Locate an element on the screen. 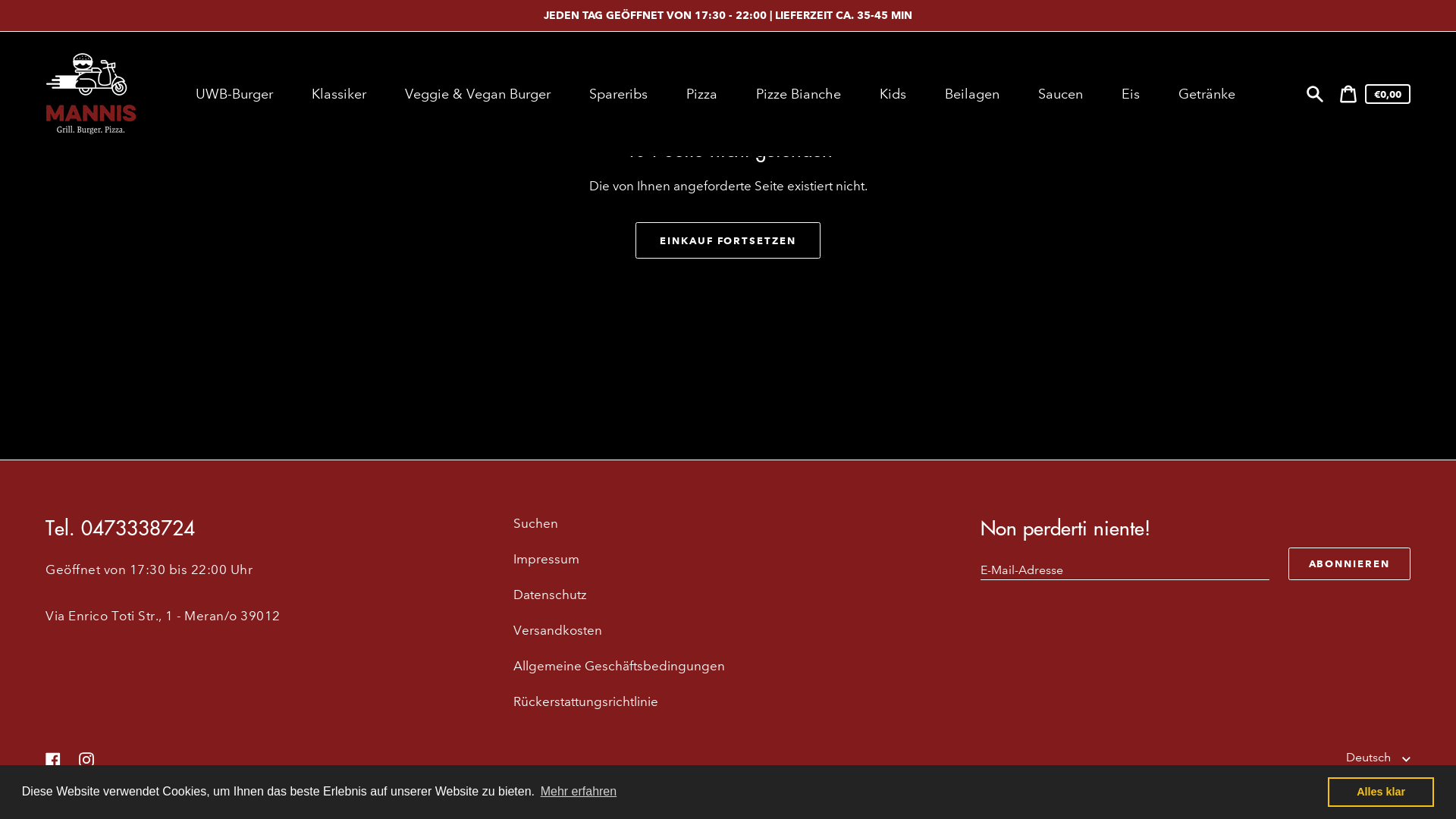 Image resolution: width=1456 pixels, height=819 pixels. 'Kids' is located at coordinates (895, 93).